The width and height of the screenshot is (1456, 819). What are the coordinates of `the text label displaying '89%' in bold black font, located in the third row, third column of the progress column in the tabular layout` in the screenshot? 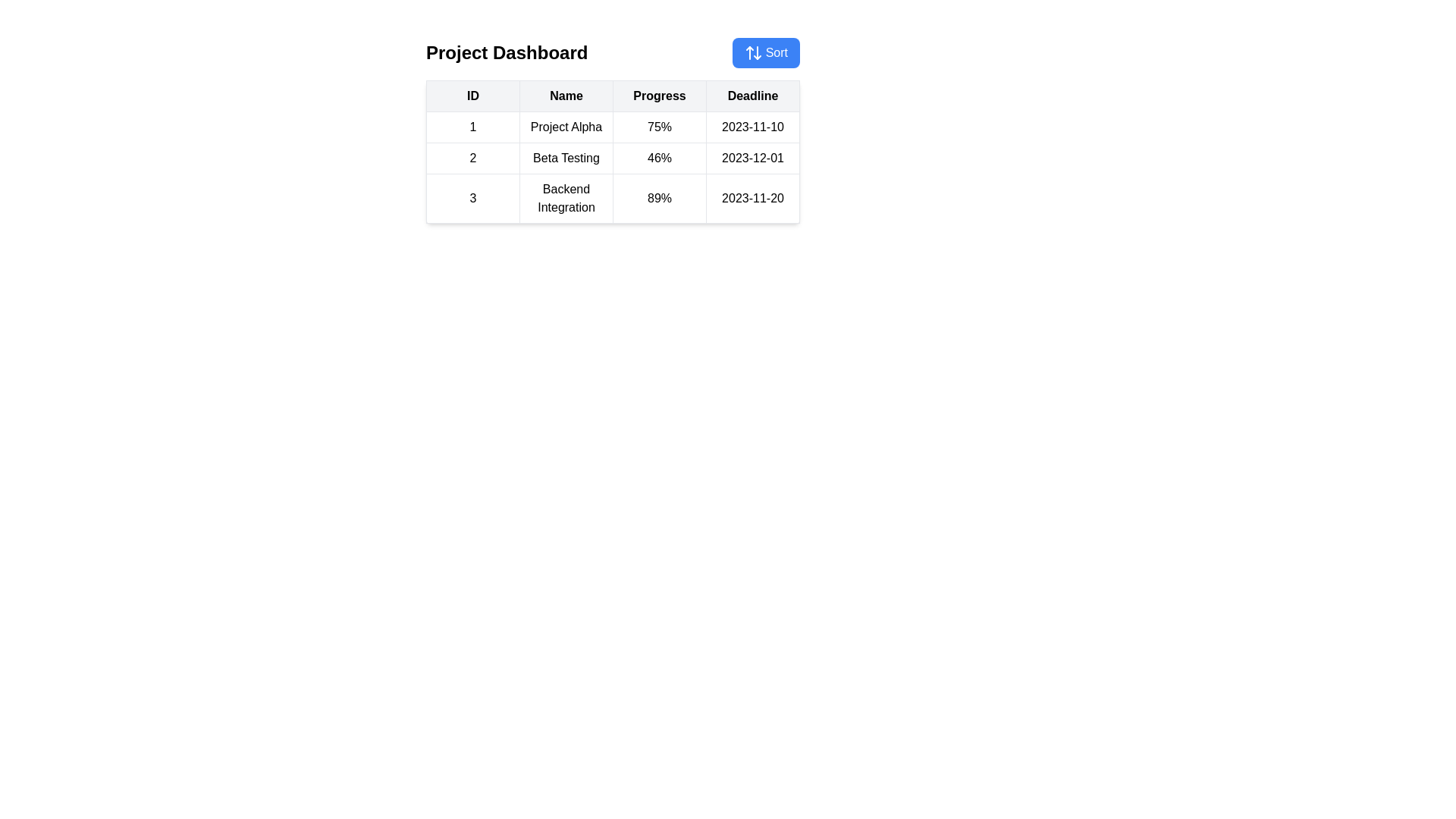 It's located at (659, 198).